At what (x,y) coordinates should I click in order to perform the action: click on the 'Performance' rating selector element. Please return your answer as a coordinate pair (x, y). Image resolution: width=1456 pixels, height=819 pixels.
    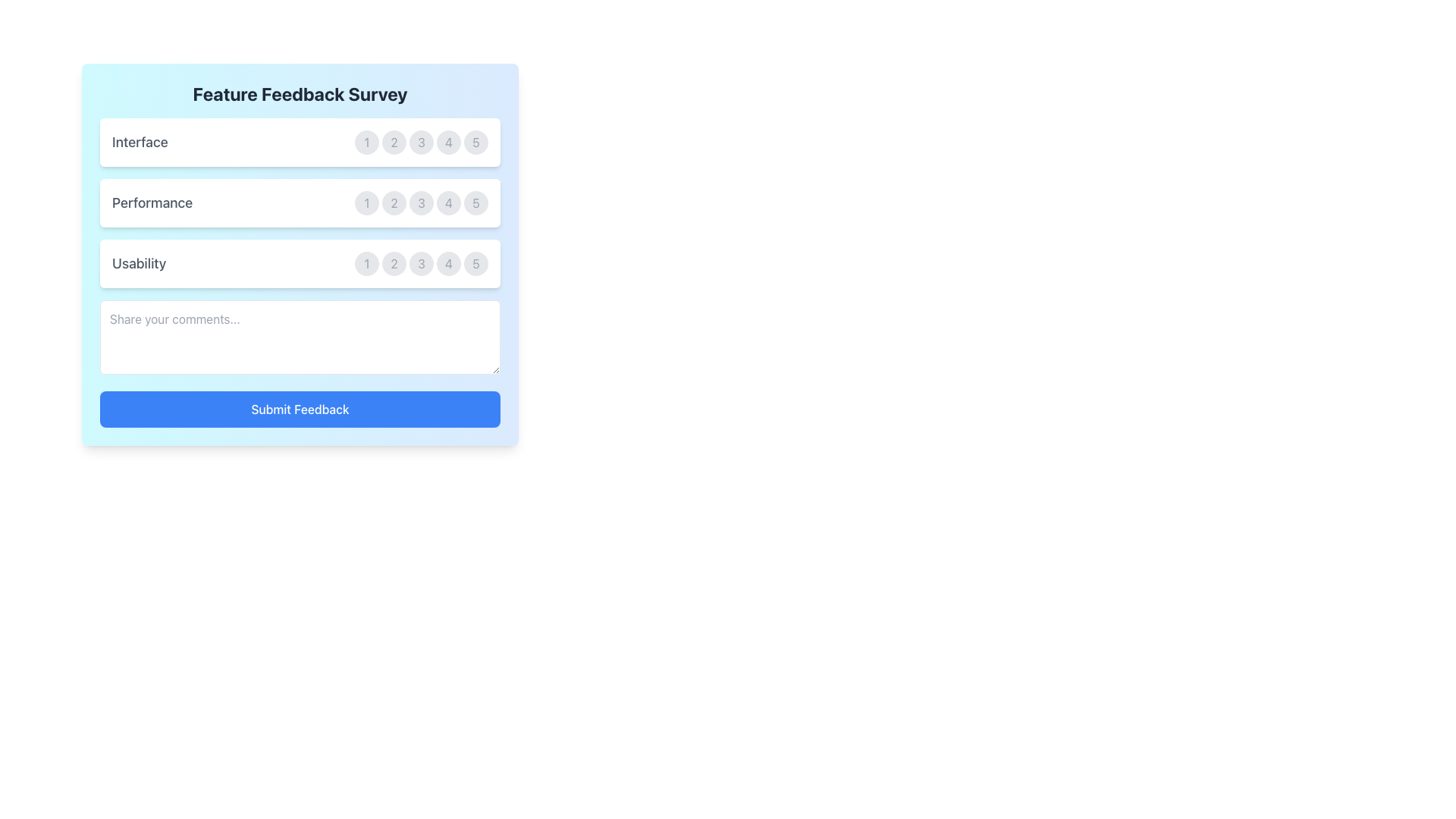
    Looking at the image, I should click on (300, 202).